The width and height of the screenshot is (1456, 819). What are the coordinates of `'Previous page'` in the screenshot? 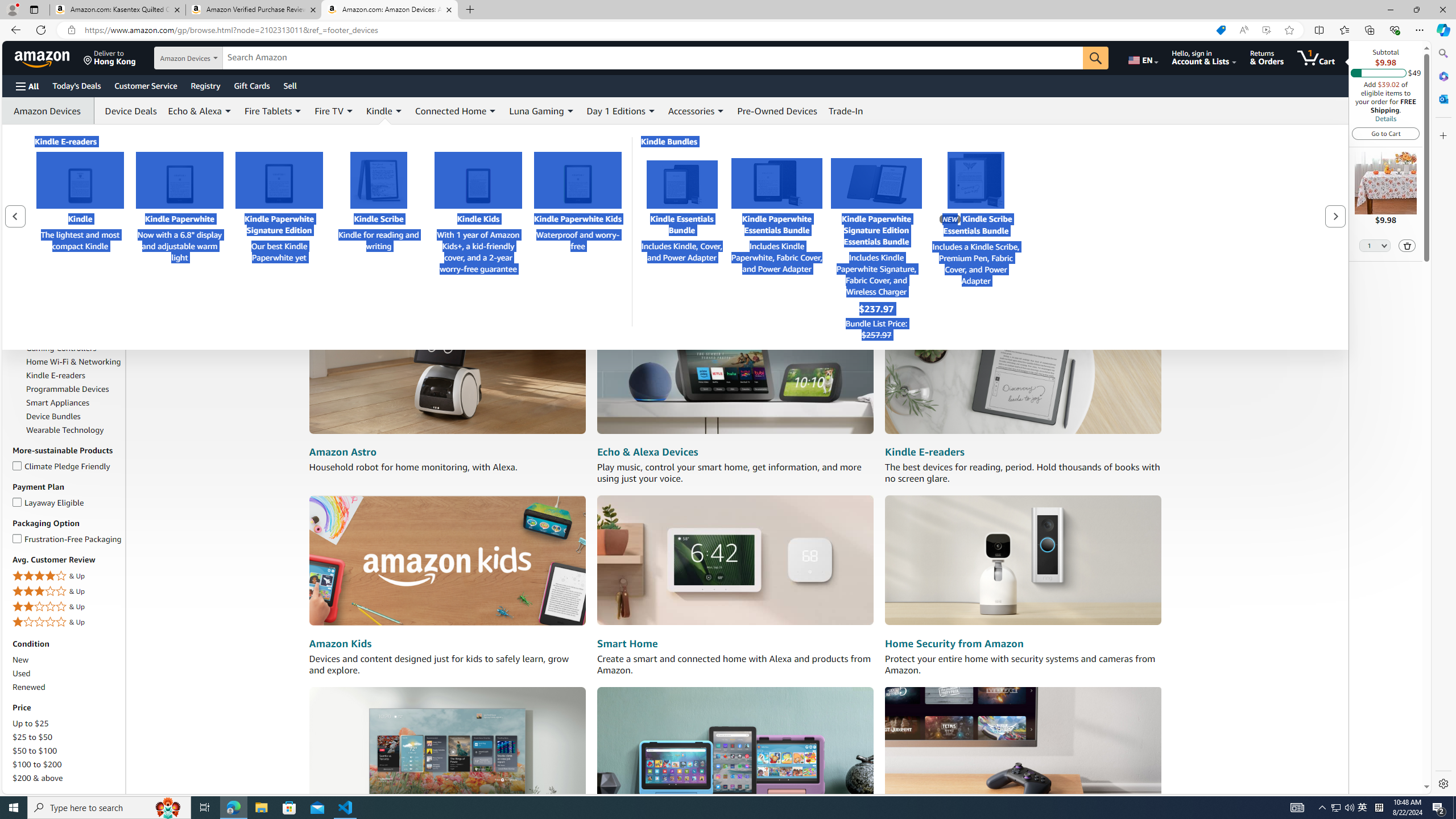 It's located at (16, 216).